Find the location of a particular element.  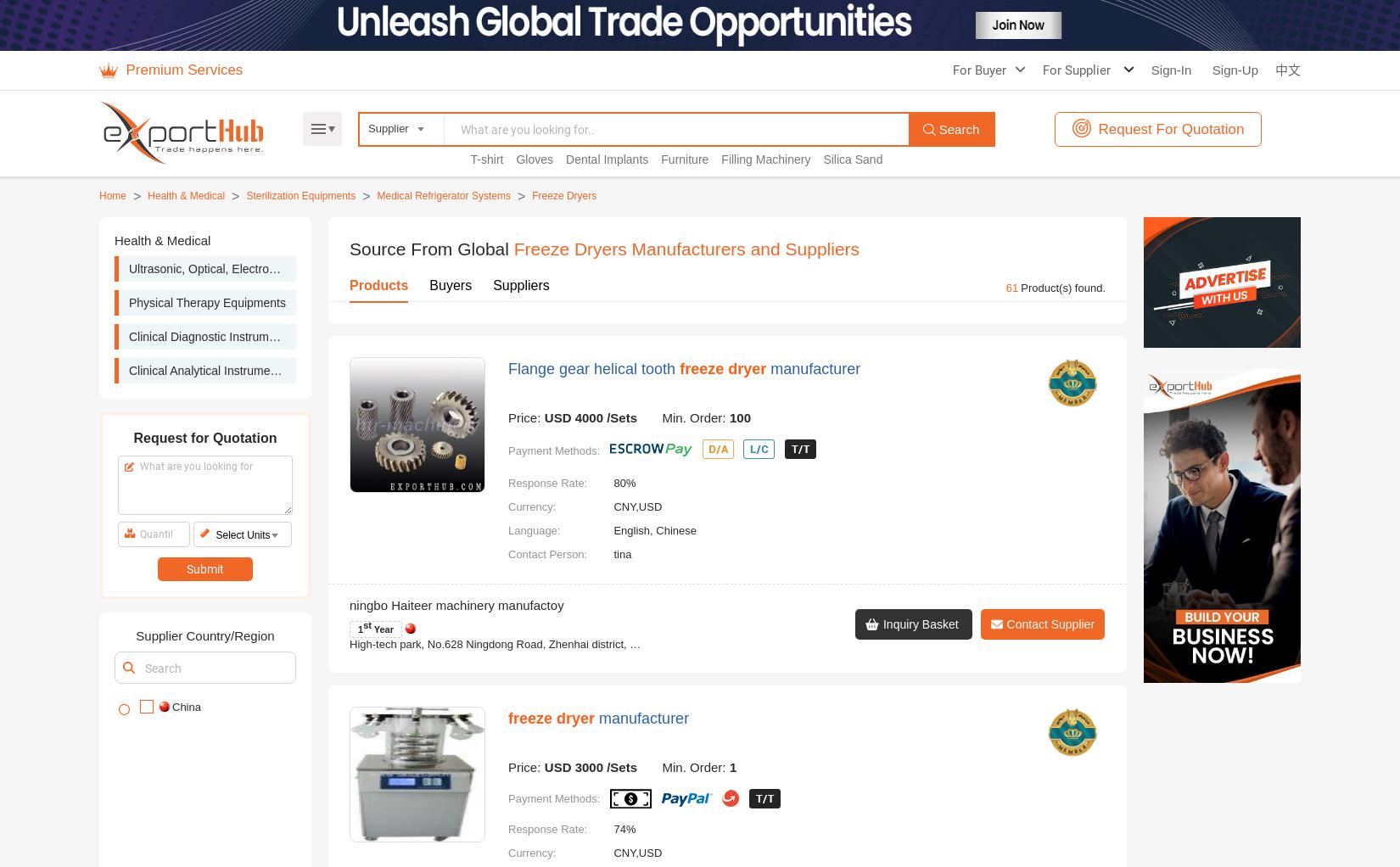

'82%' is located at coordinates (624, 62).